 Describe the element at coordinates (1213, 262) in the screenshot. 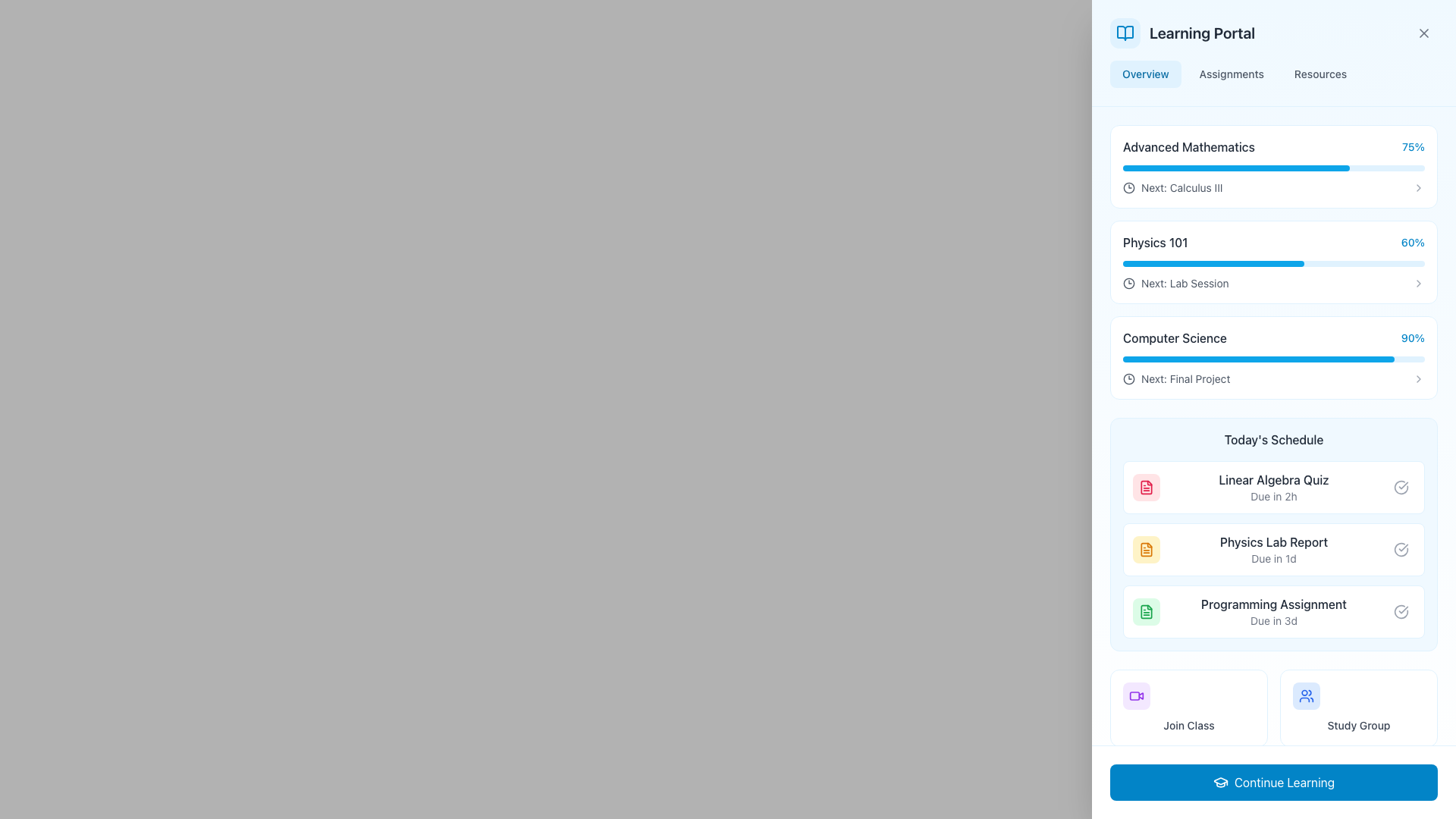

I see `the progress bar indicating 60% completion for the 'Physics 101' item in the Learning Portal interface` at that location.